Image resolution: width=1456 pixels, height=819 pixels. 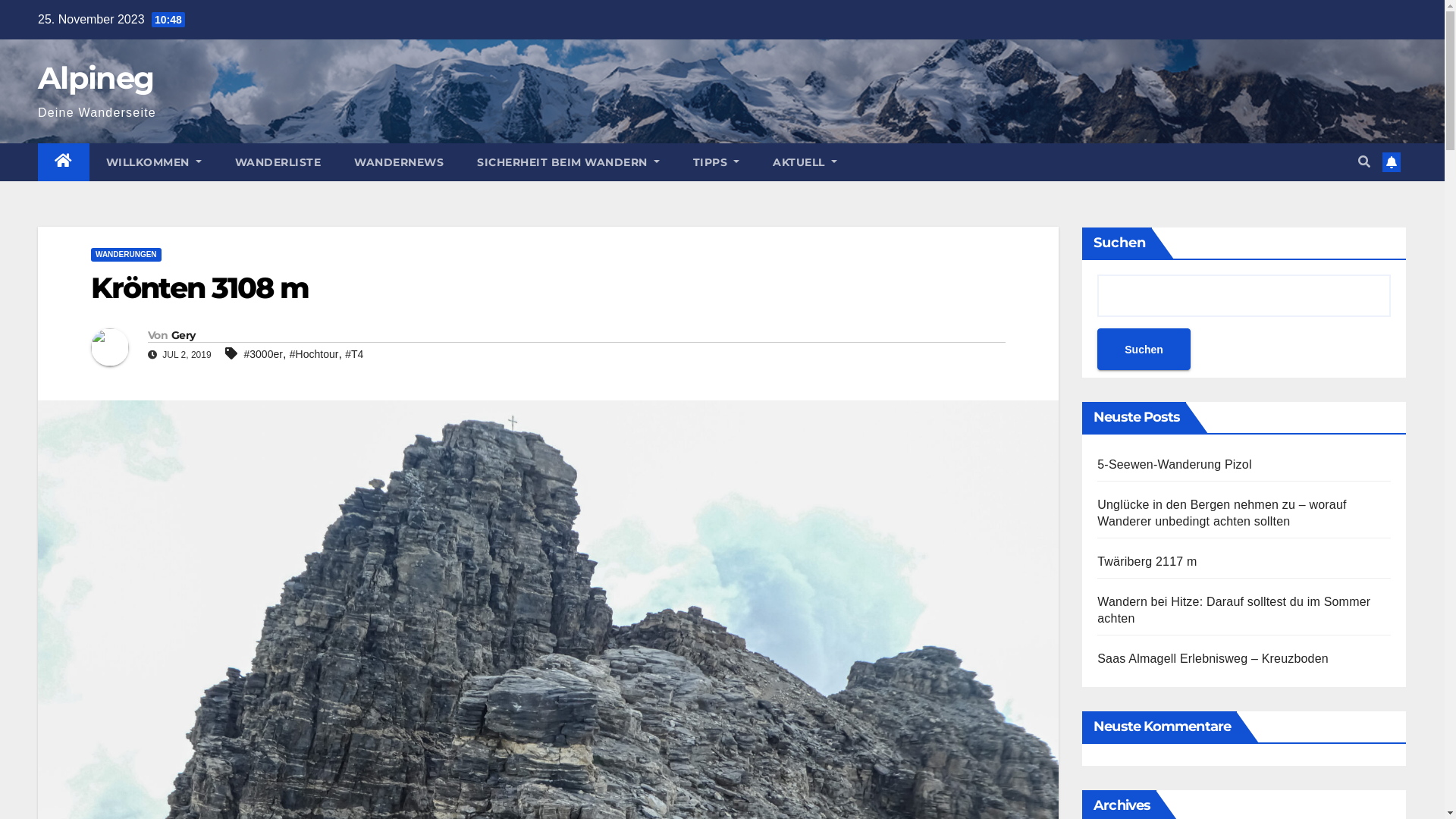 I want to click on 'AKTUELL', so click(x=804, y=162).